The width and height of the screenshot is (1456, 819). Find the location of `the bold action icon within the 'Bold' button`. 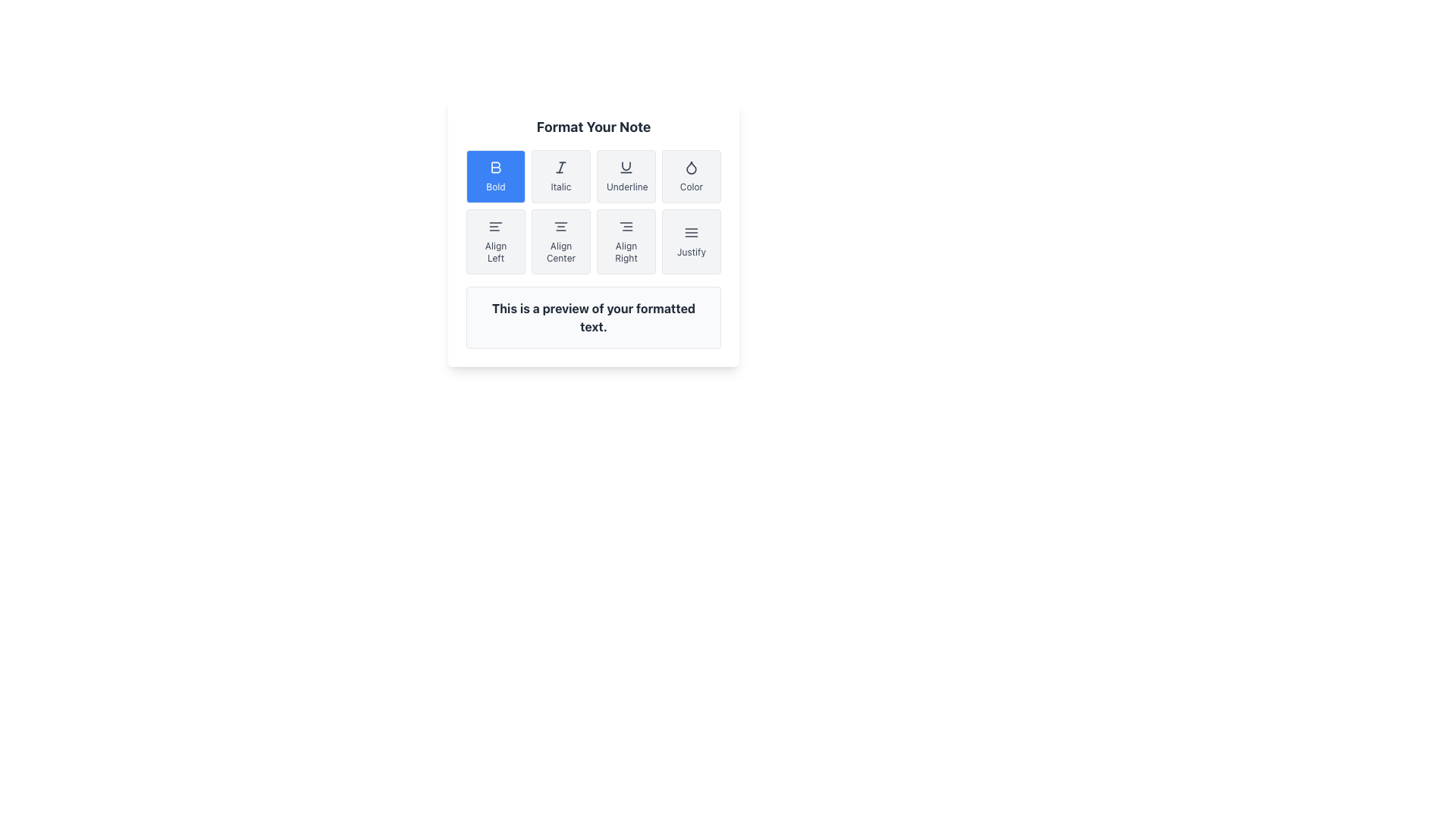

the bold action icon within the 'Bold' button is located at coordinates (495, 167).